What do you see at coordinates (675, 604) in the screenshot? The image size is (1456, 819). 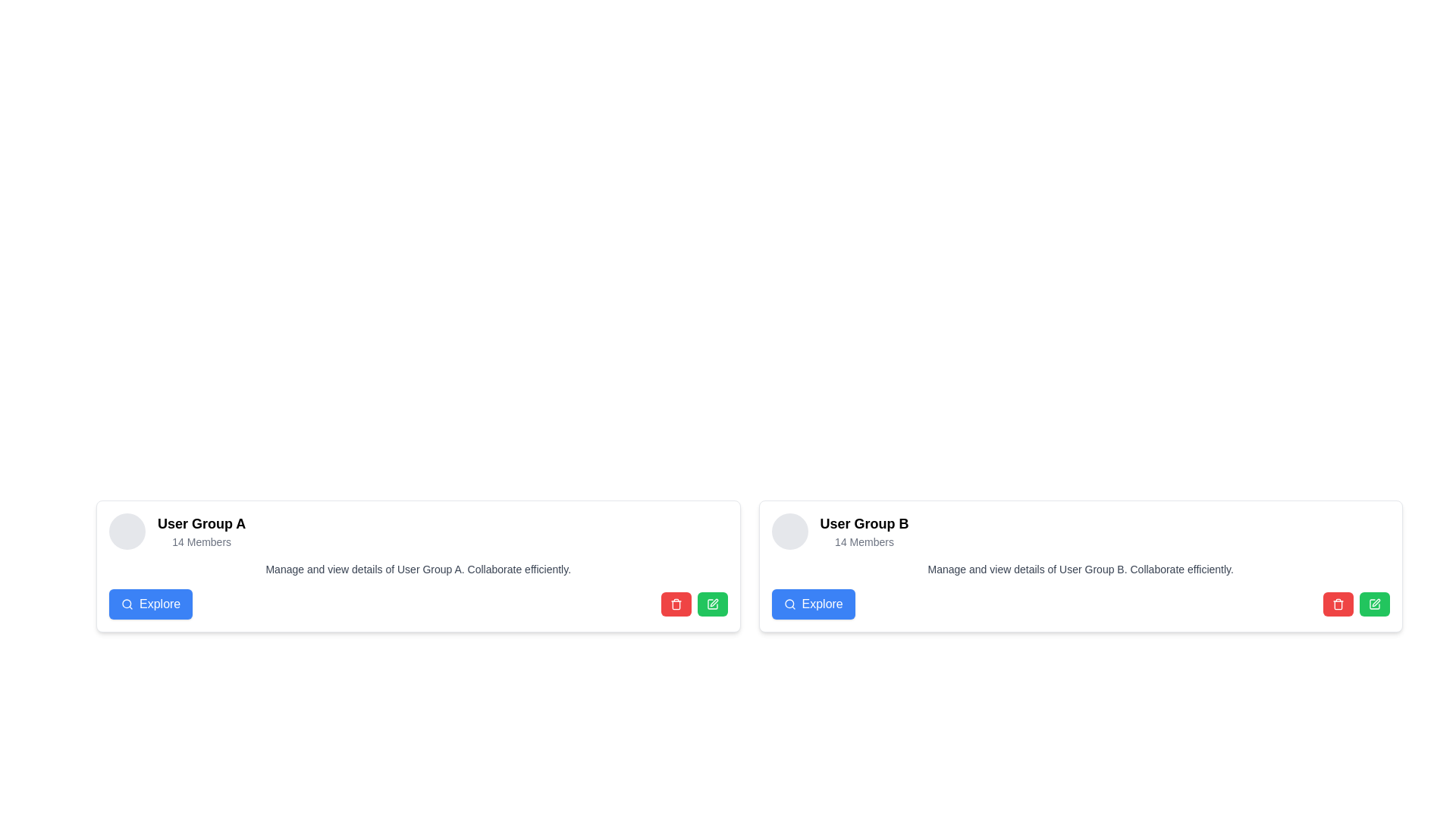 I see `the delete button for User Group A located at the bottom-right corner of the user group card` at bounding box center [675, 604].